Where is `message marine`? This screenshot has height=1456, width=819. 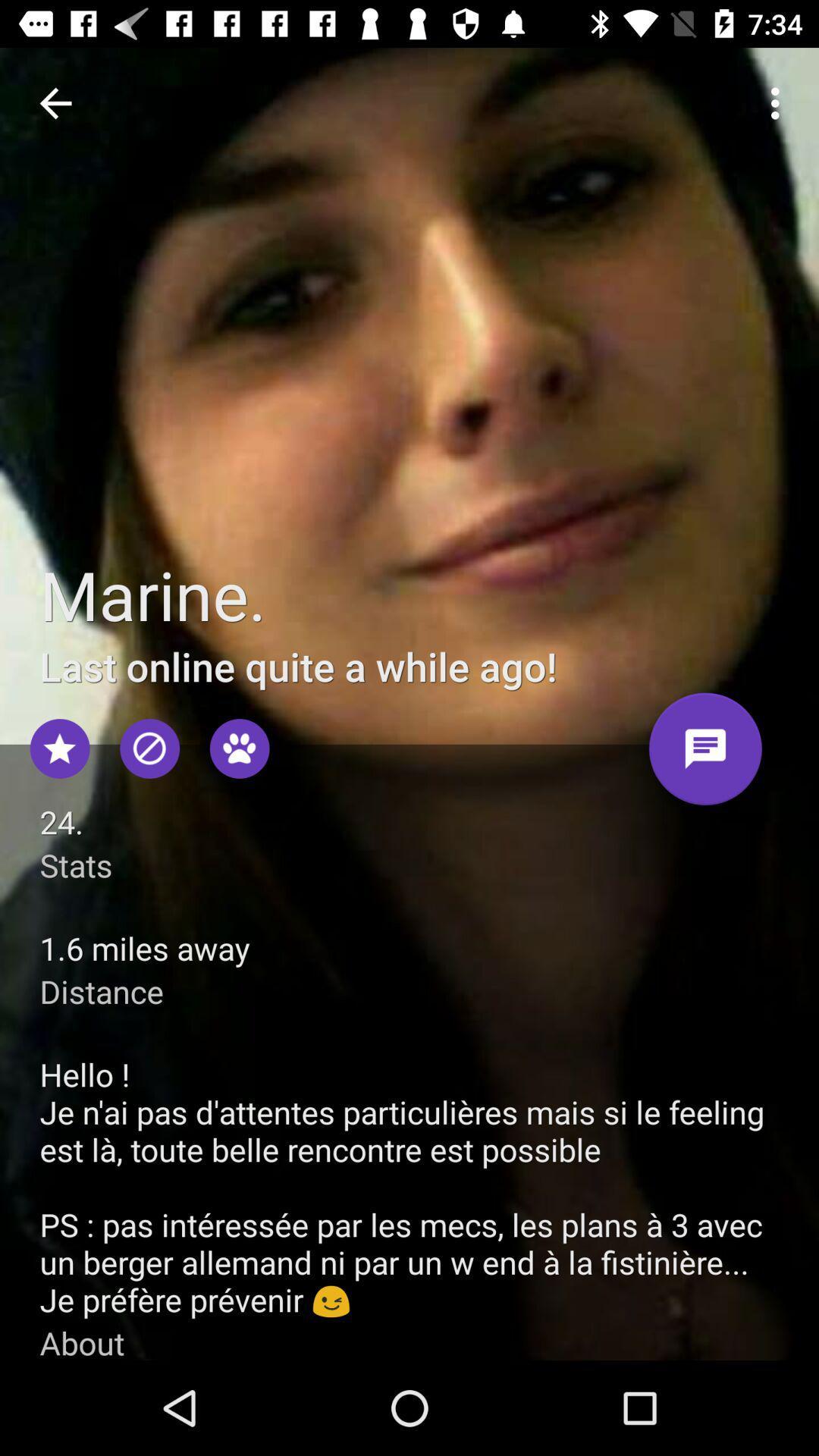 message marine is located at coordinates (705, 755).